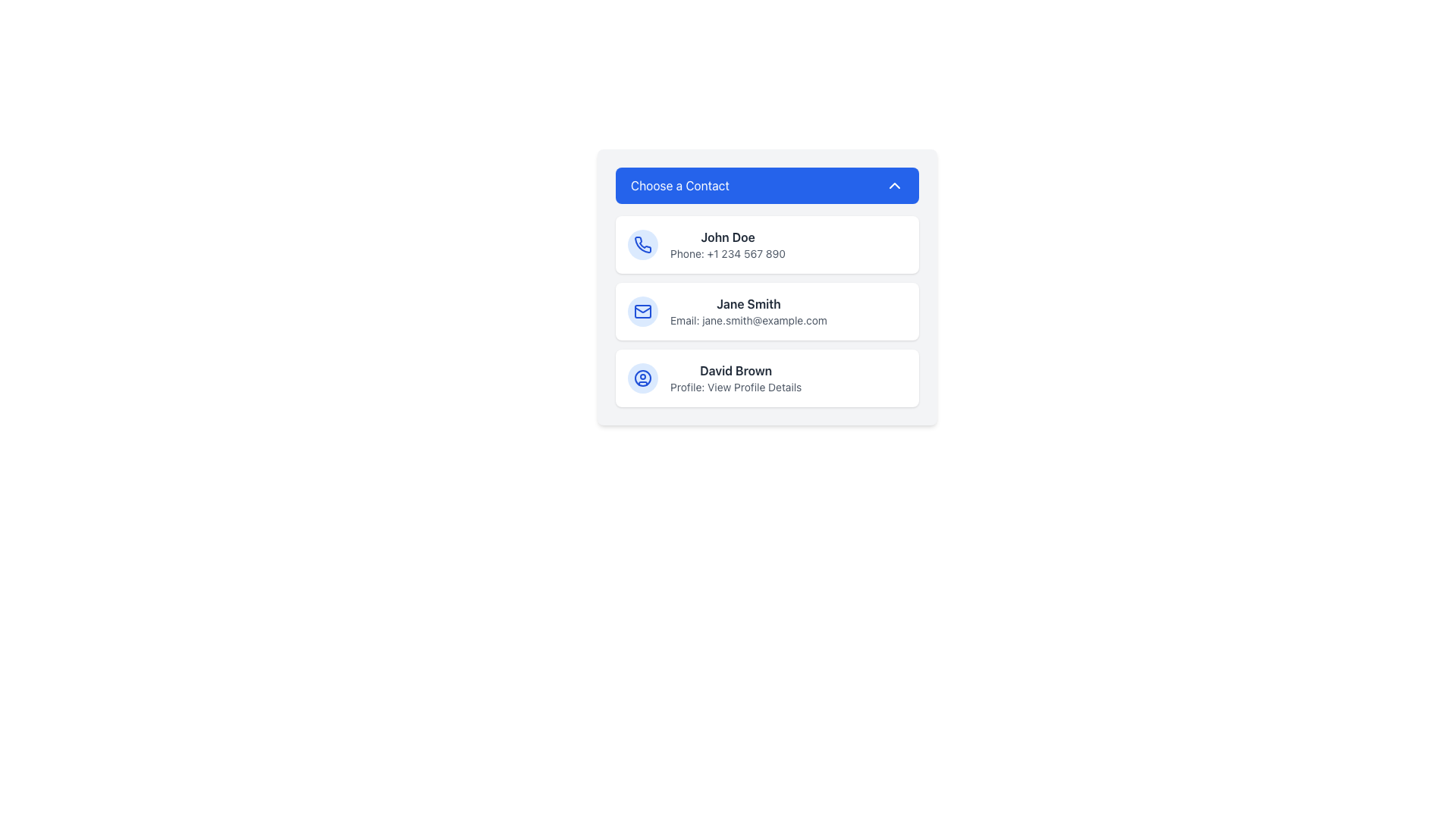 This screenshot has width=1456, height=819. Describe the element at coordinates (728, 237) in the screenshot. I see `the text label displaying 'John Doe' in bold, dark gray font, which is located at the topmost contact card in the contact list interface` at that location.